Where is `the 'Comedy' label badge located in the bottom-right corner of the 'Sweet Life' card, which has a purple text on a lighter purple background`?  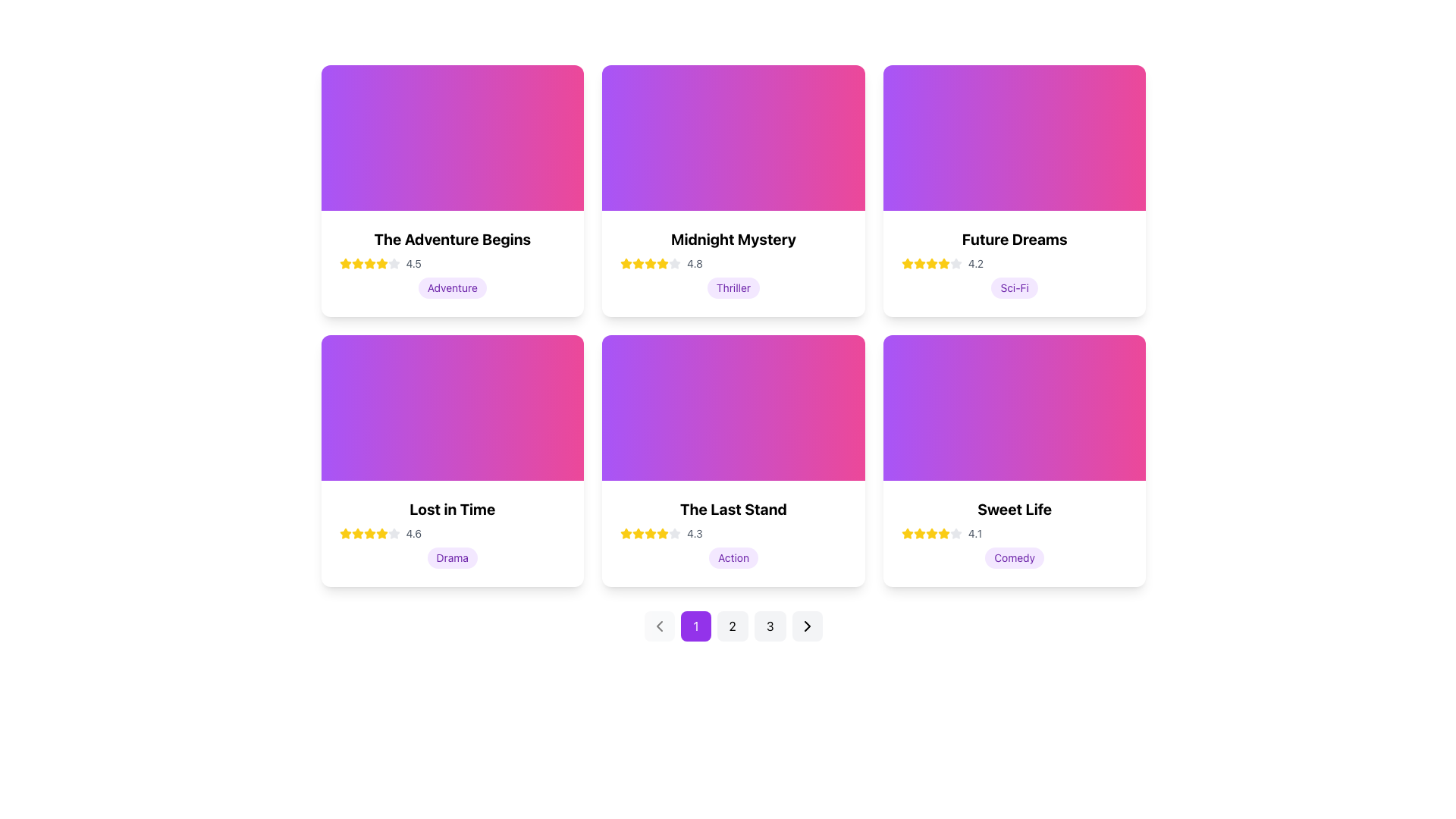 the 'Comedy' label badge located in the bottom-right corner of the 'Sweet Life' card, which has a purple text on a lighter purple background is located at coordinates (1015, 558).